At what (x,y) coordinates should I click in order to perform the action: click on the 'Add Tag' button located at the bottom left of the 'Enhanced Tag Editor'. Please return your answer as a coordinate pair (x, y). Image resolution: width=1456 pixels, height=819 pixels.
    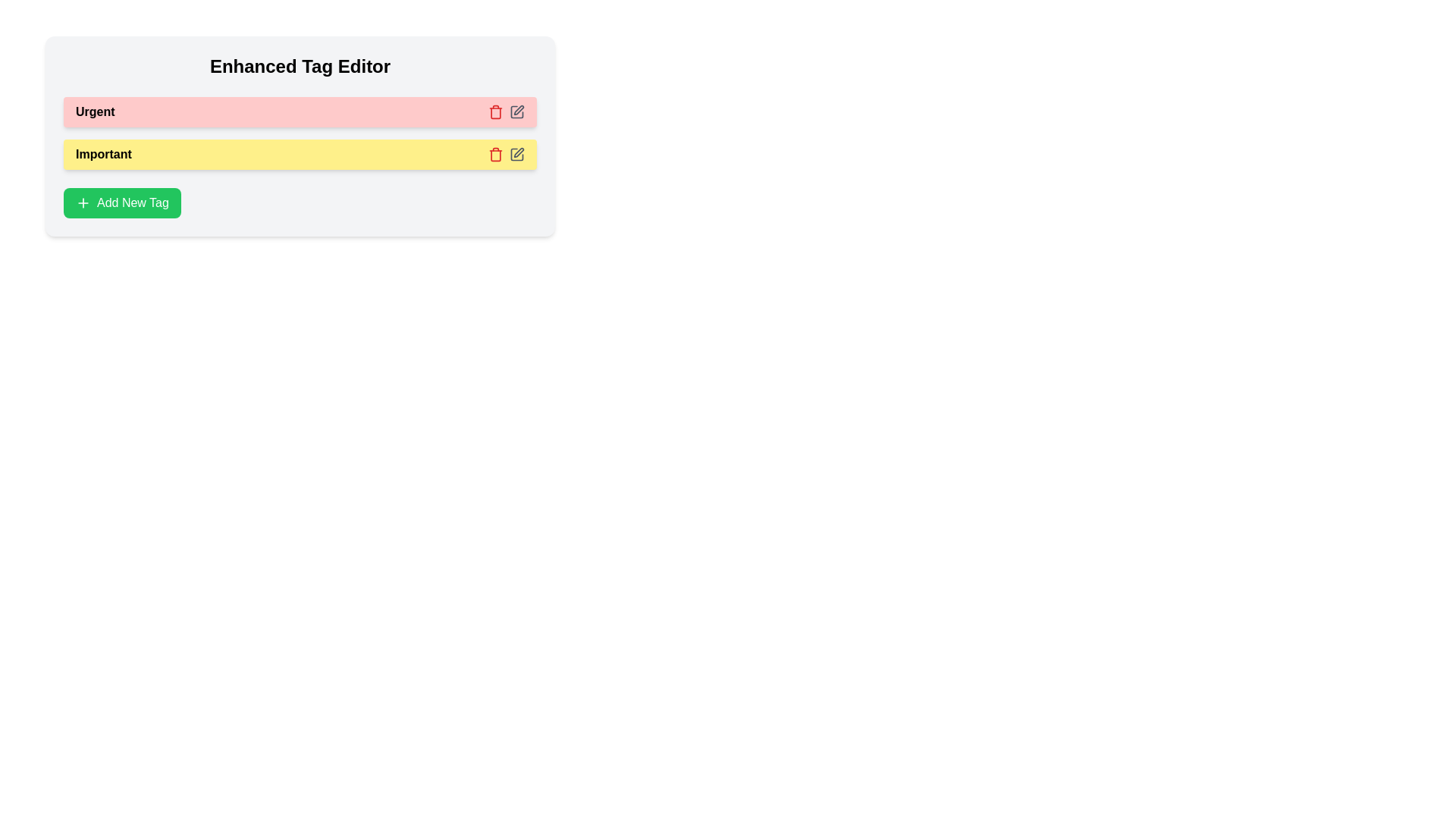
    Looking at the image, I should click on (122, 202).